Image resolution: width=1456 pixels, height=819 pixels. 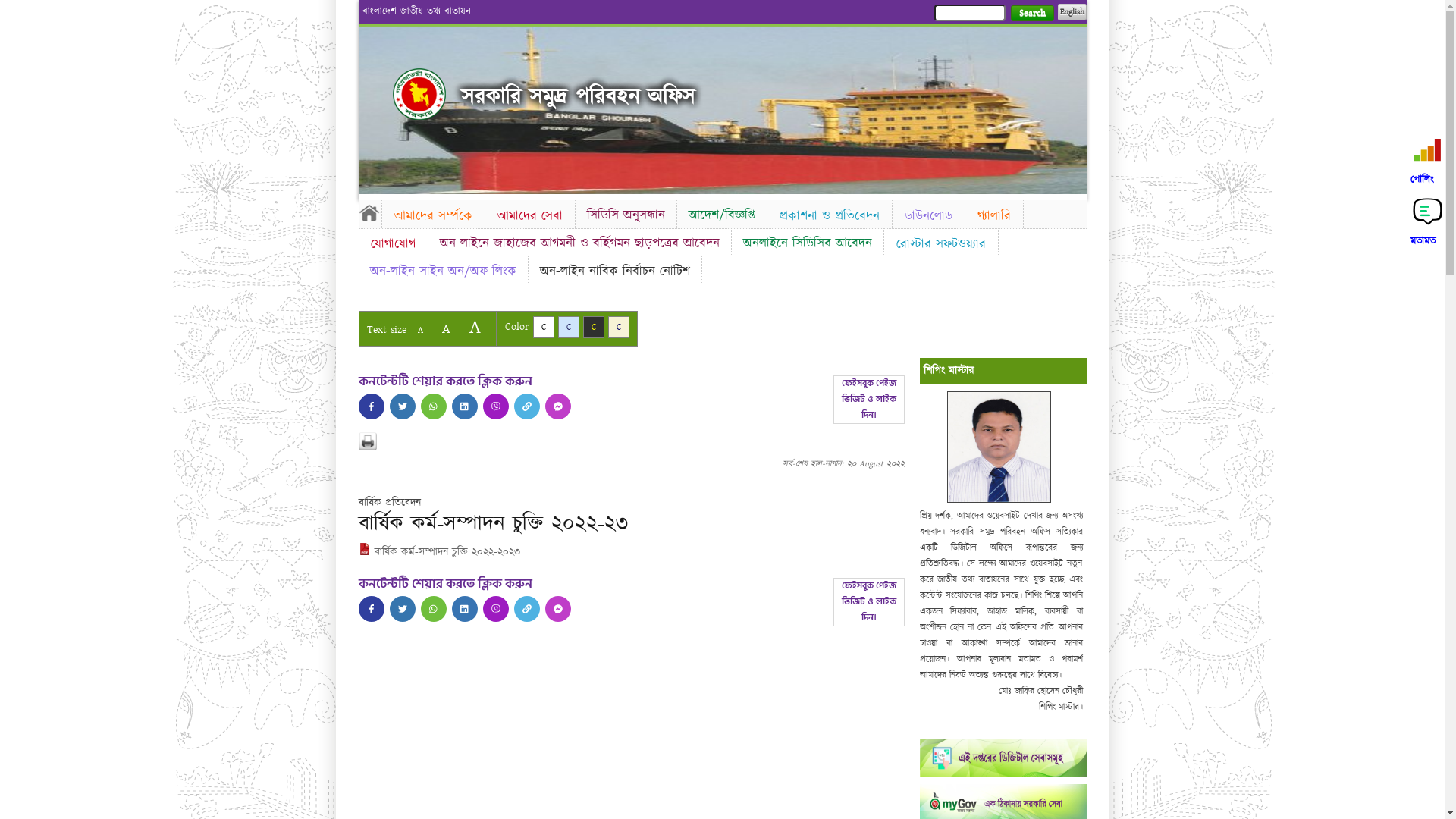 What do you see at coordinates (473, 326) in the screenshot?
I see `'A'` at bounding box center [473, 326].